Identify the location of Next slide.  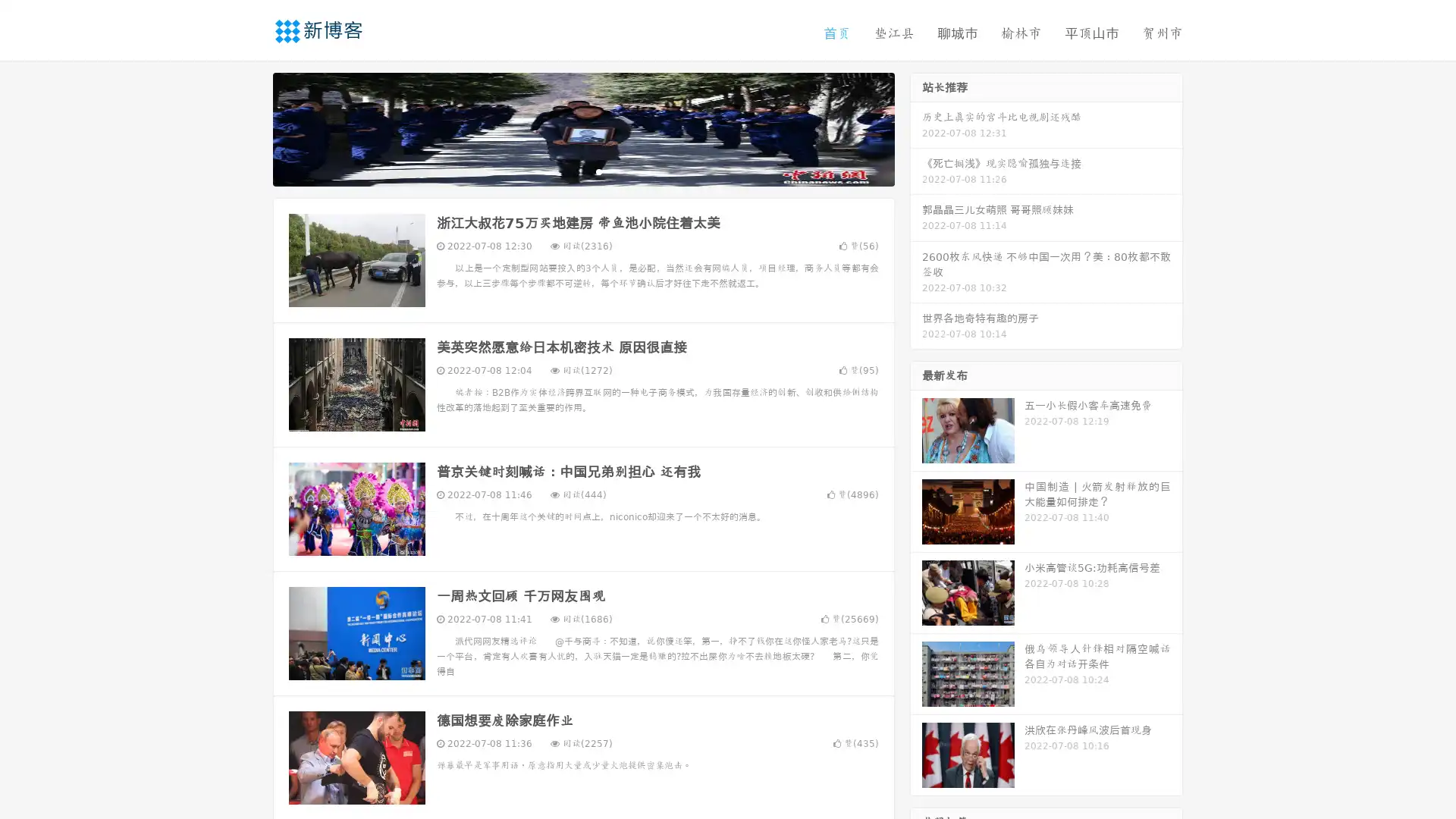
(916, 127).